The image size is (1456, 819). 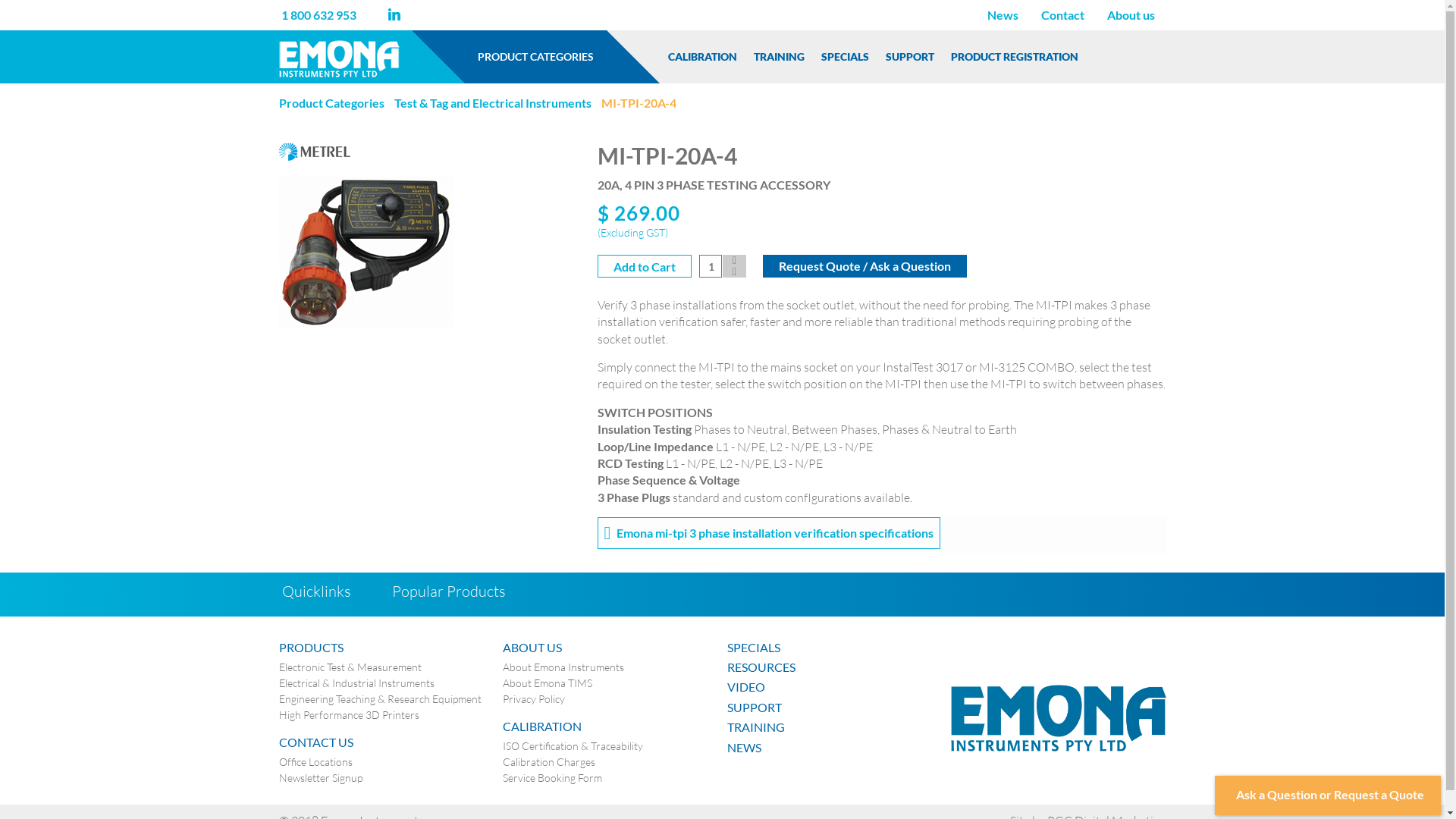 I want to click on 'EMONA INSTRUMENTS PTY LTD', so click(x=1058, y=717).